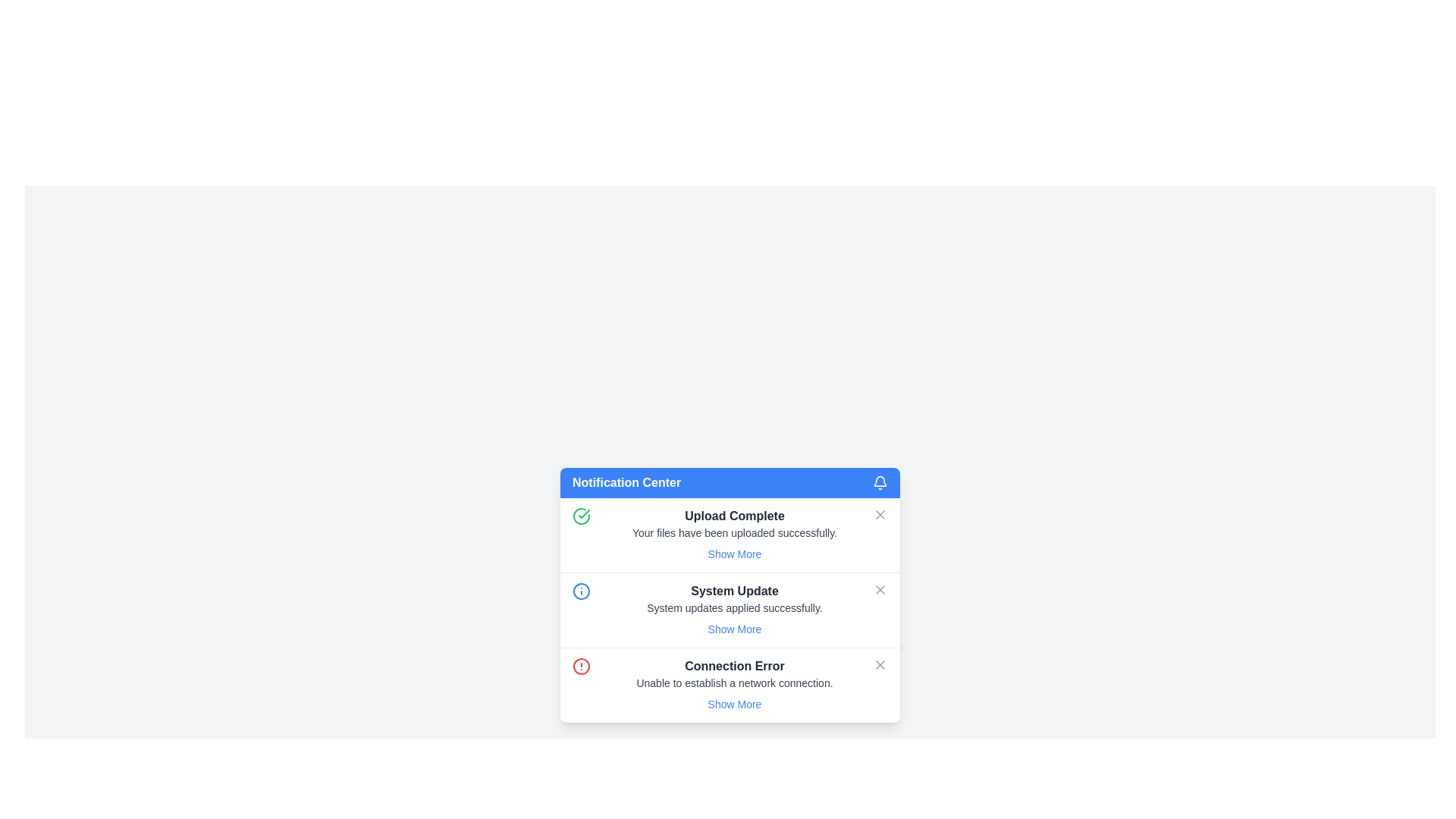  I want to click on the error icon located on the left side of the 'Connection Error' notification card in the notification center to indicate a connectivity issue, so click(581, 666).